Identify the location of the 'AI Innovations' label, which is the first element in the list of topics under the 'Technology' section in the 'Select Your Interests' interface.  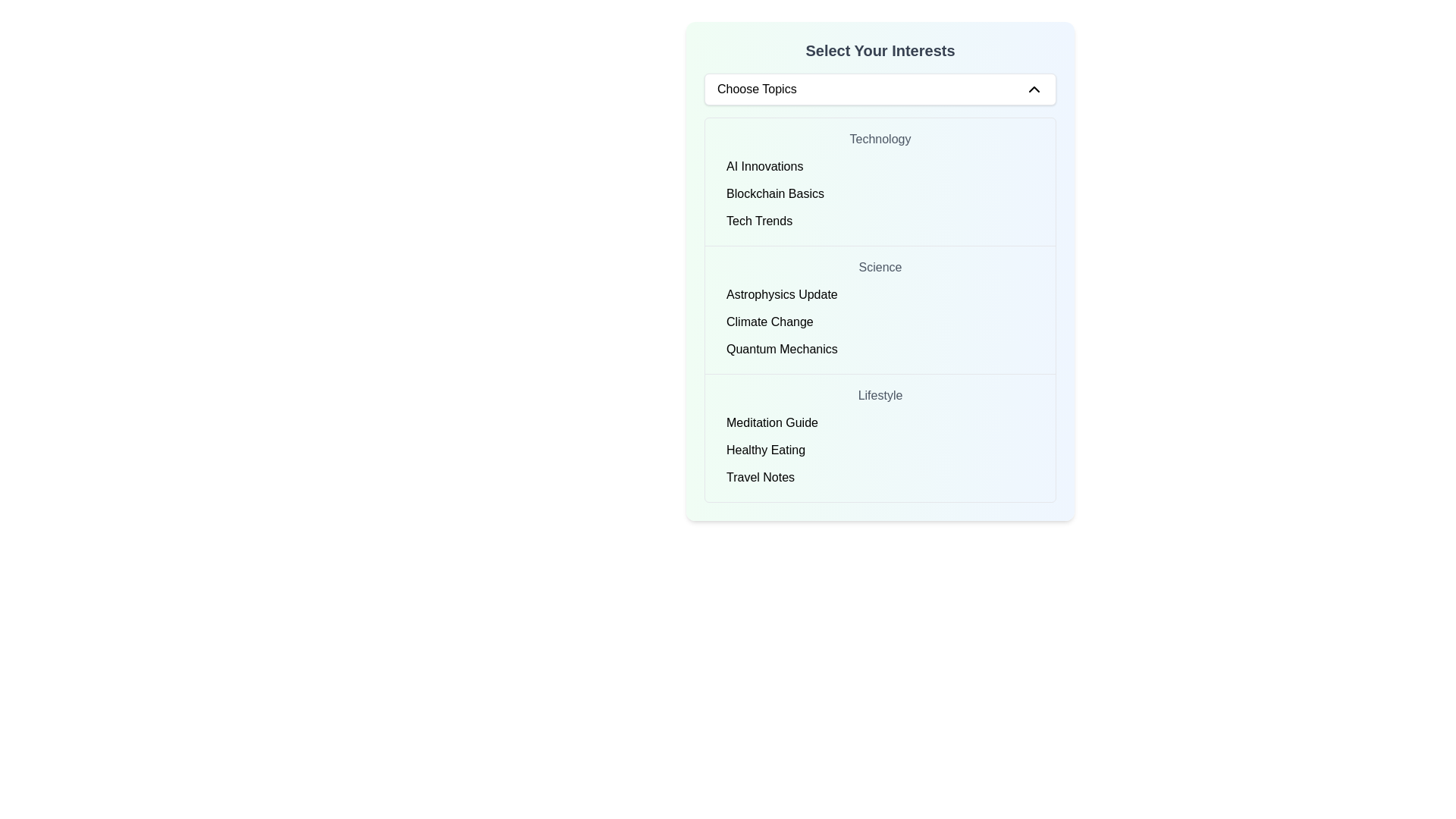
(764, 166).